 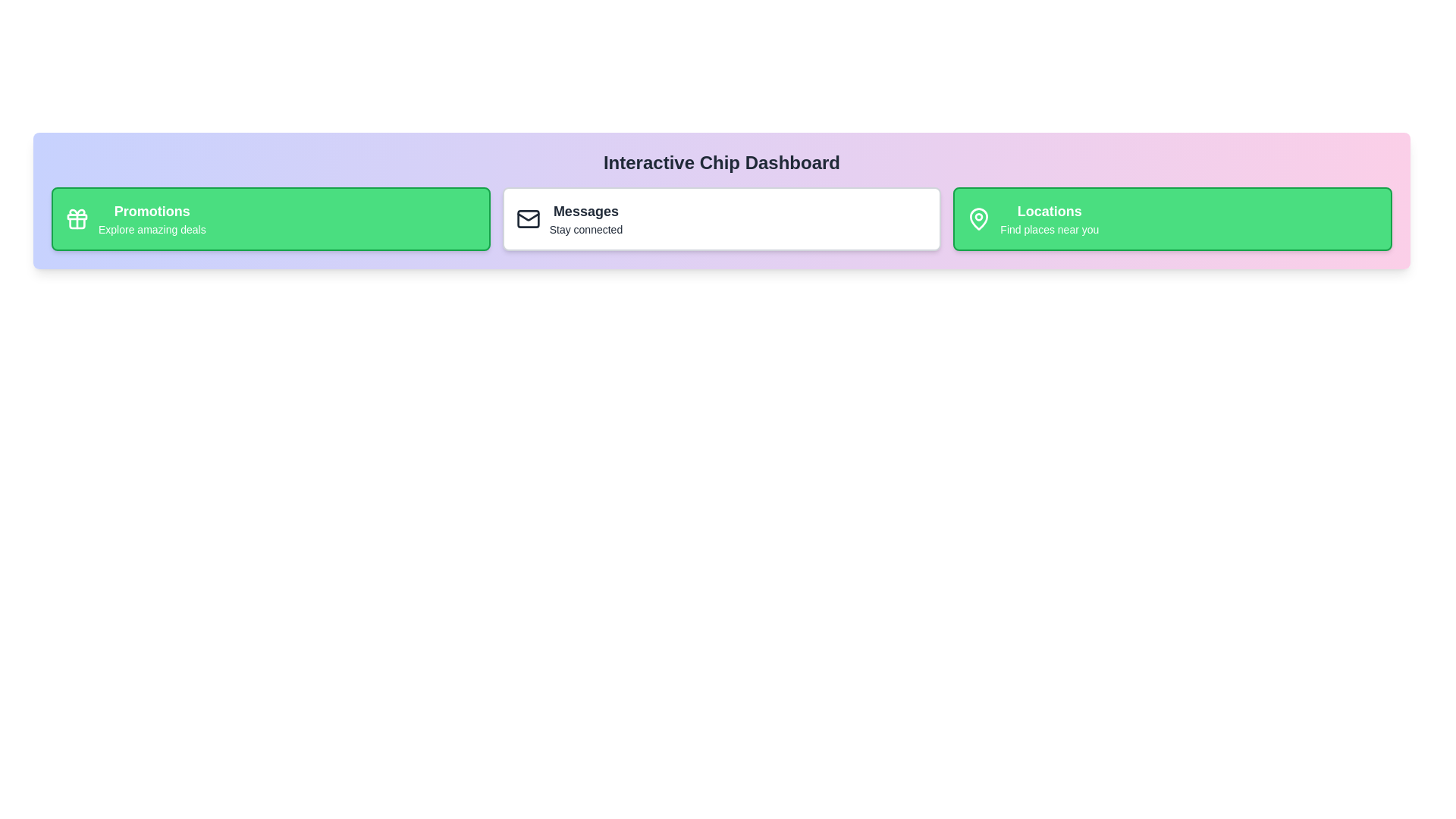 I want to click on the chip labeled Locations to observe the hover effect, so click(x=1171, y=219).